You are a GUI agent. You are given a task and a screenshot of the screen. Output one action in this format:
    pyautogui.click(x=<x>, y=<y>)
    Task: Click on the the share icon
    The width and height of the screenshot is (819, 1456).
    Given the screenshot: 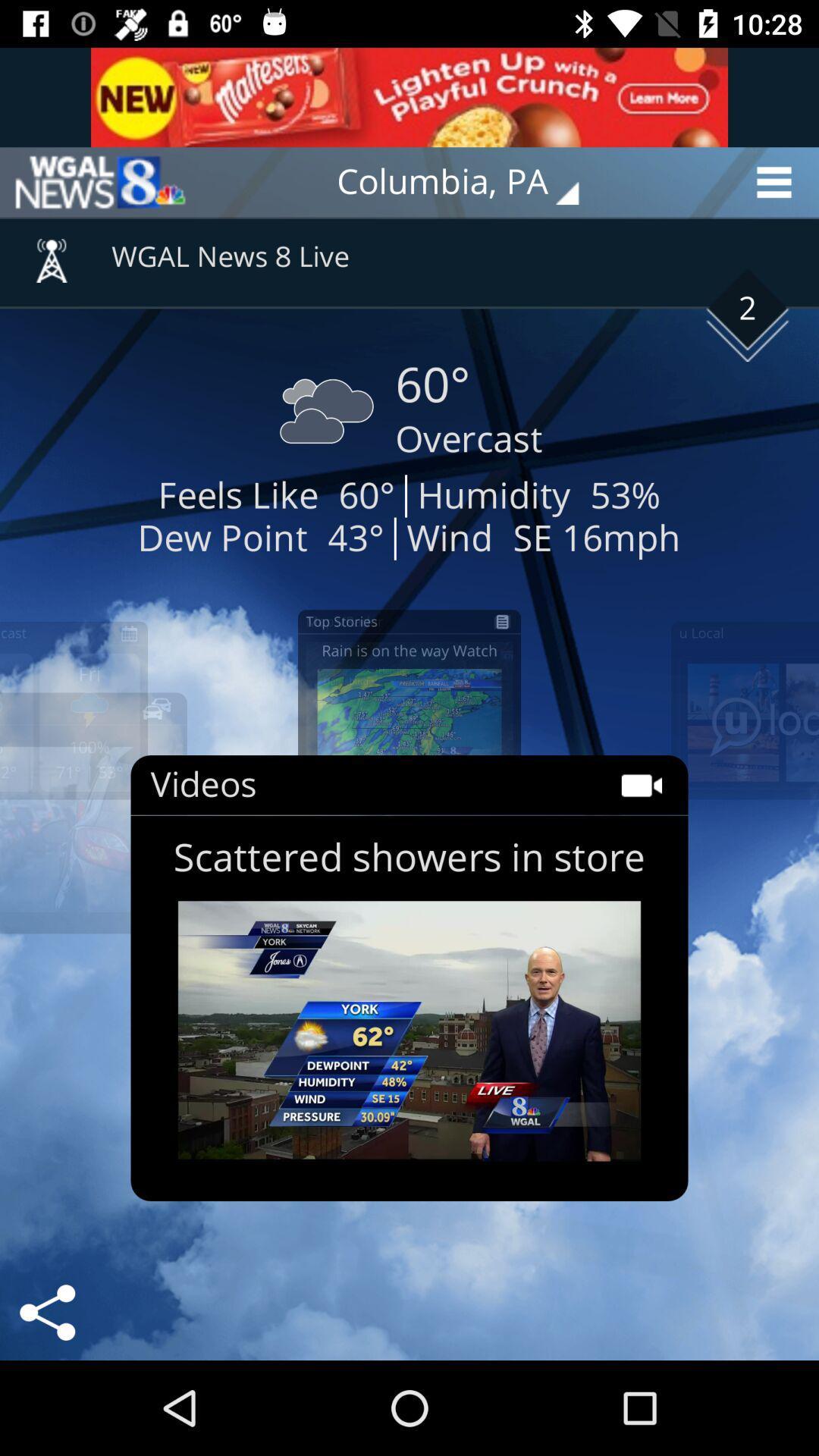 What is the action you would take?
    pyautogui.click(x=46, y=1312)
    